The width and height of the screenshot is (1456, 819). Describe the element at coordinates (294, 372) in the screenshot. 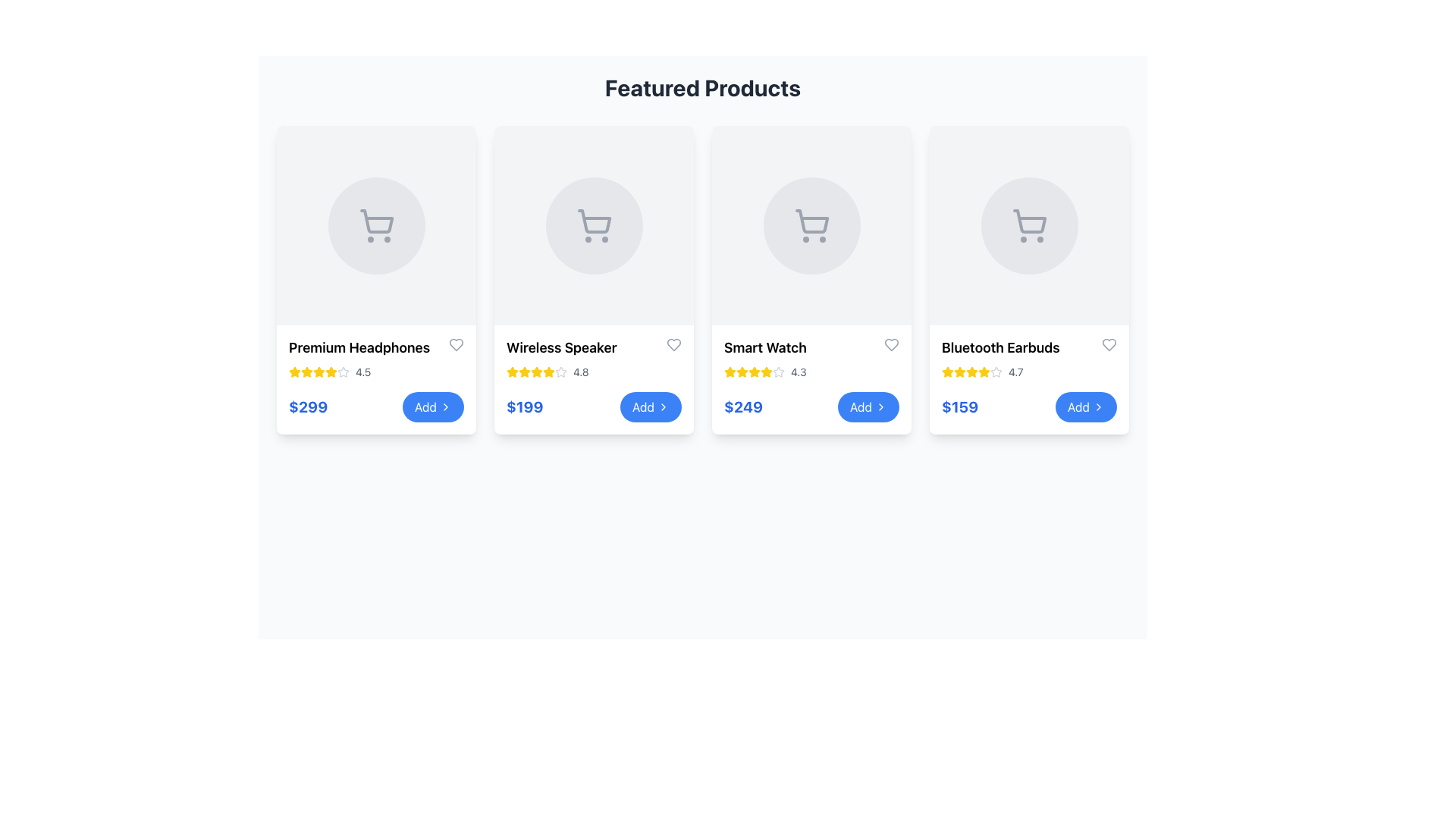

I see `the visual details of the first star icon representing the product rating for 'Premium Headphones' in the 'Featured Products' section` at that location.